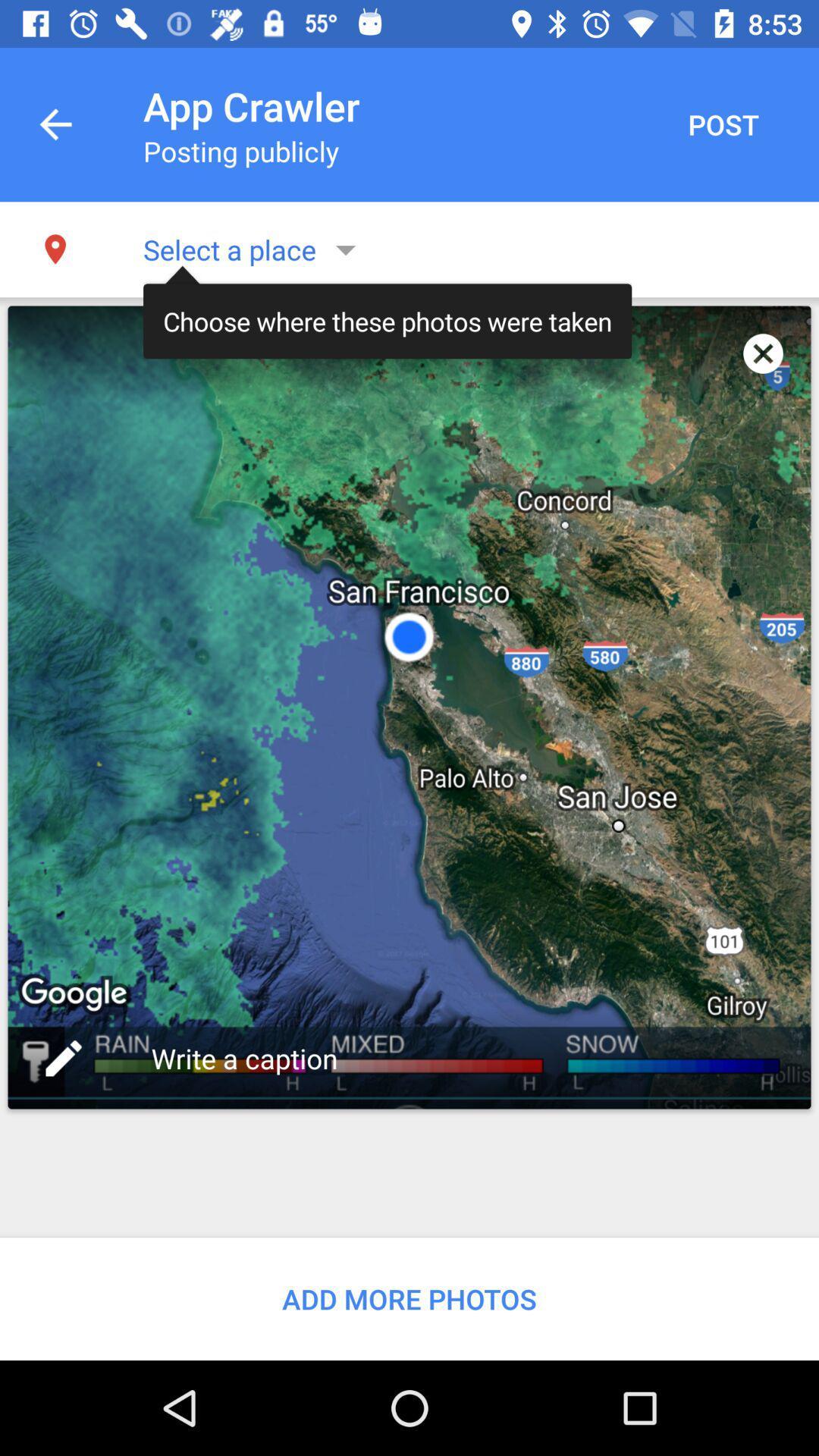  I want to click on the app next to the choose where these icon, so click(763, 353).